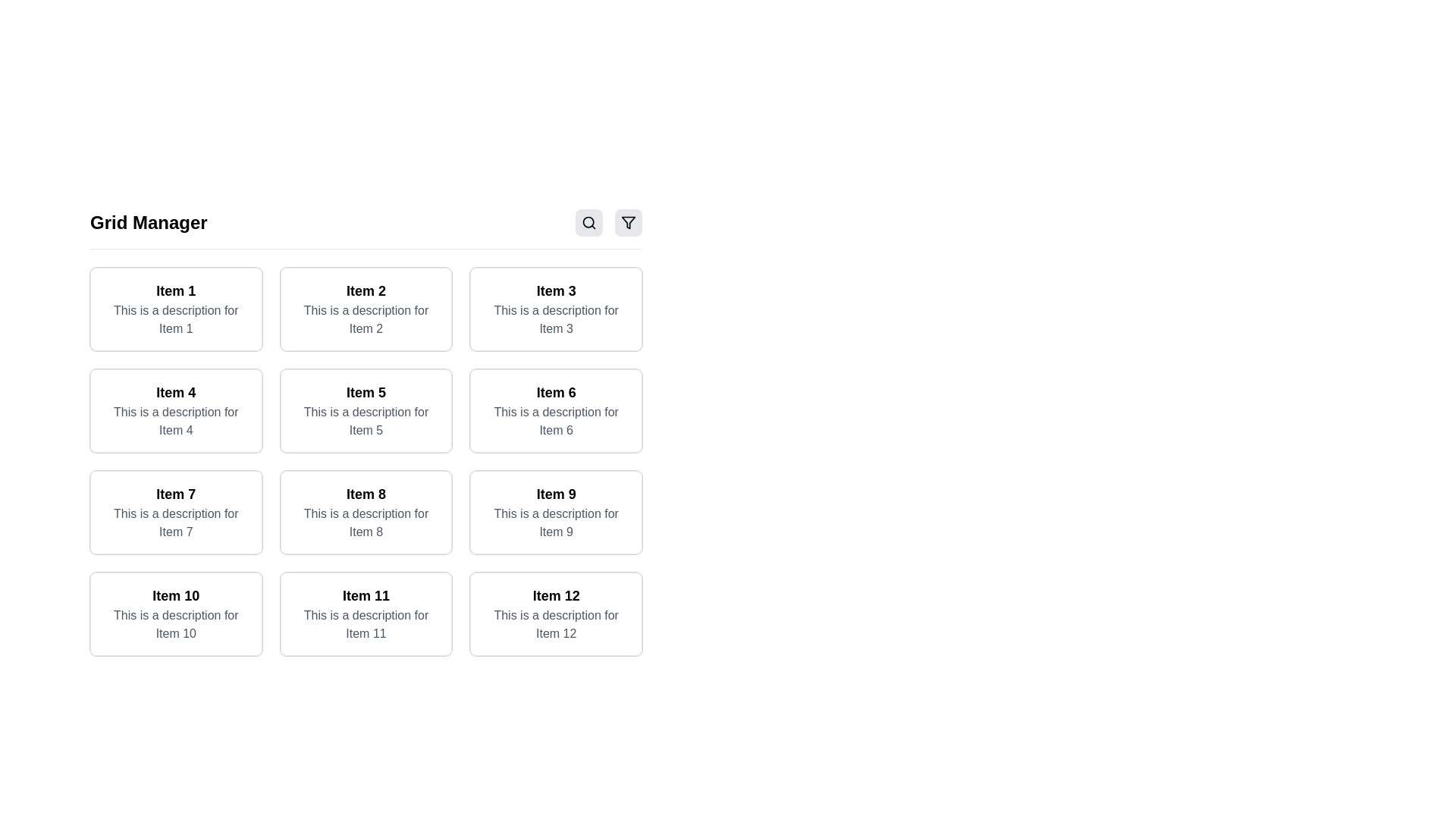 This screenshot has height=819, width=1456. I want to click on the Informational Card displaying details about 'Item 10' located in the bottom-left corner of the grid to interact with it, so click(176, 614).